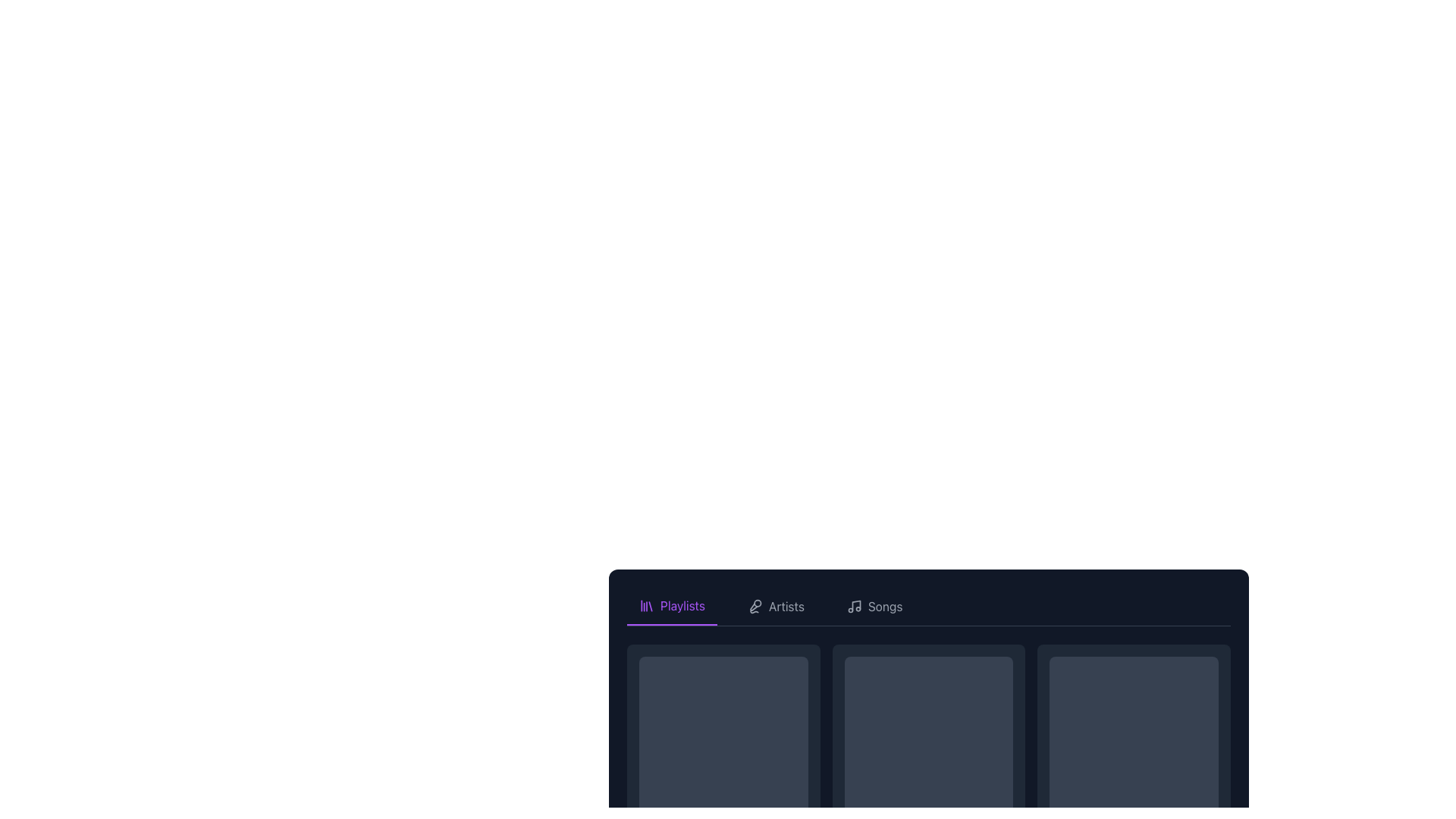 The image size is (1456, 819). What do you see at coordinates (755, 605) in the screenshot?
I see `the artist icon located in the top navigation bar, which visually indicates the section pertains to artists or vocalists` at bounding box center [755, 605].